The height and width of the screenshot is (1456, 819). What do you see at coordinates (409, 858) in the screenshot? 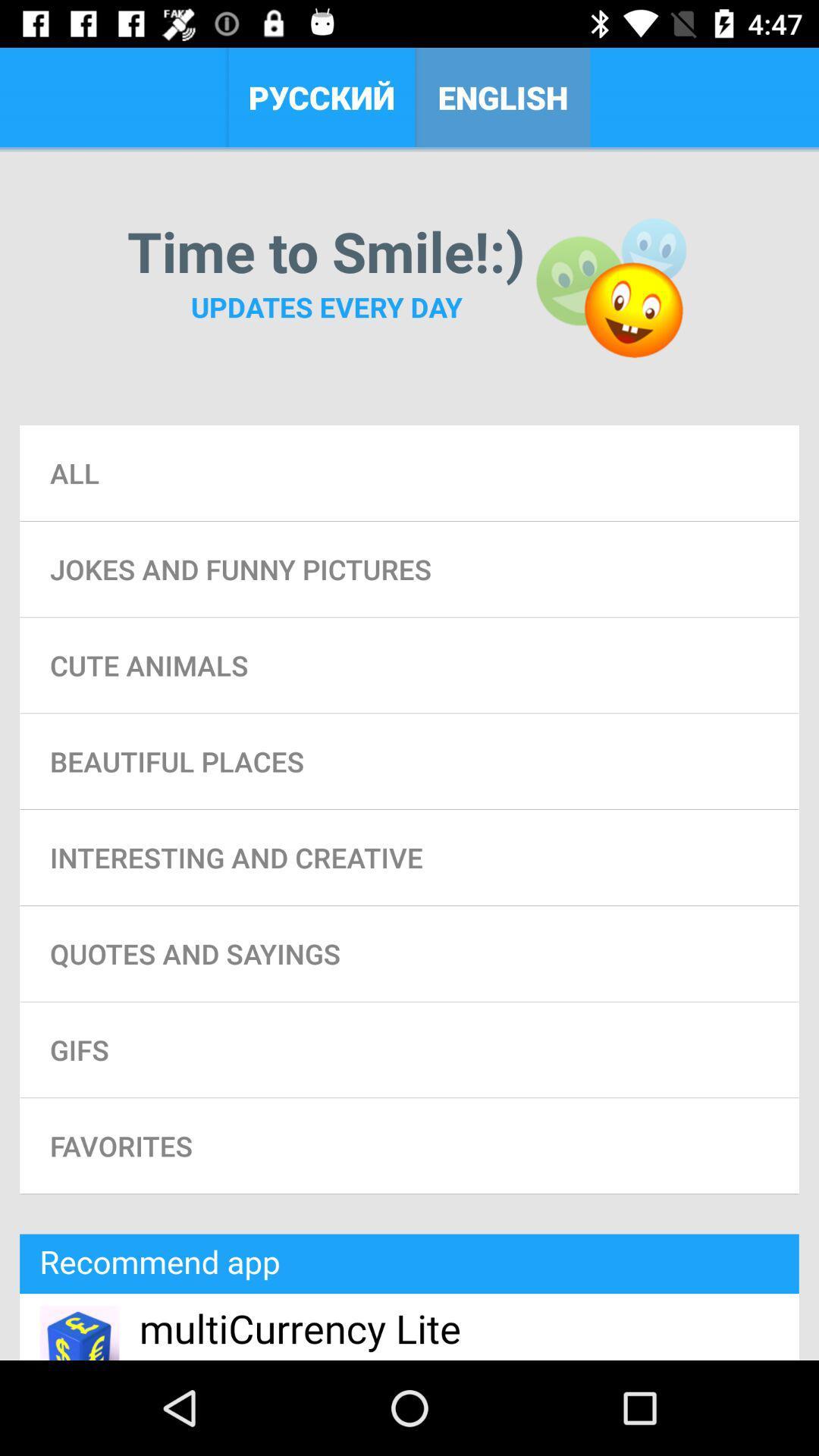
I see `interesting and creative icon` at bounding box center [409, 858].